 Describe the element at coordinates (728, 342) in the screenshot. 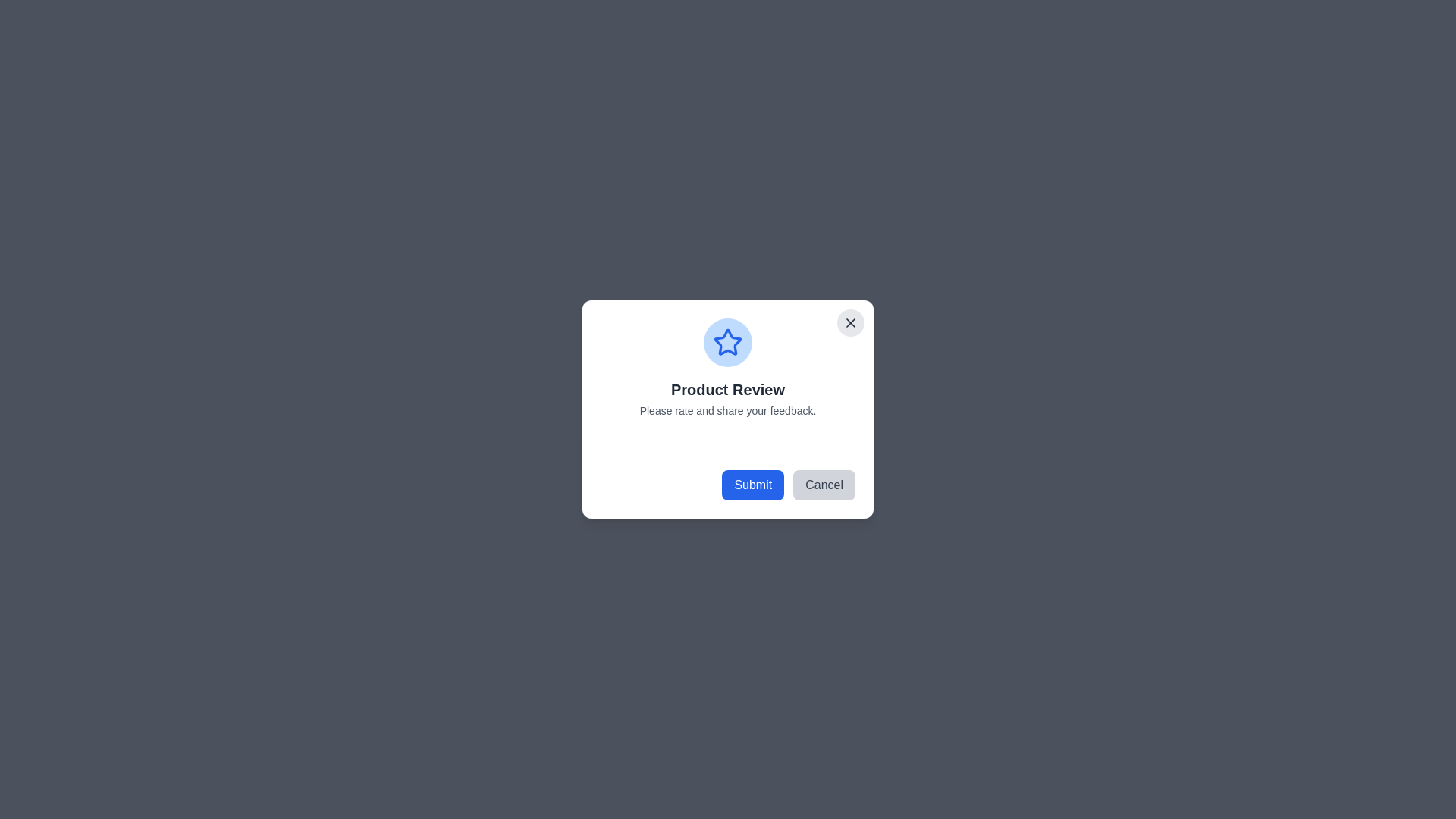

I see `the decorative rating or review icon located at the center of the modal dialog box, directly above the 'Product Review' text` at that location.